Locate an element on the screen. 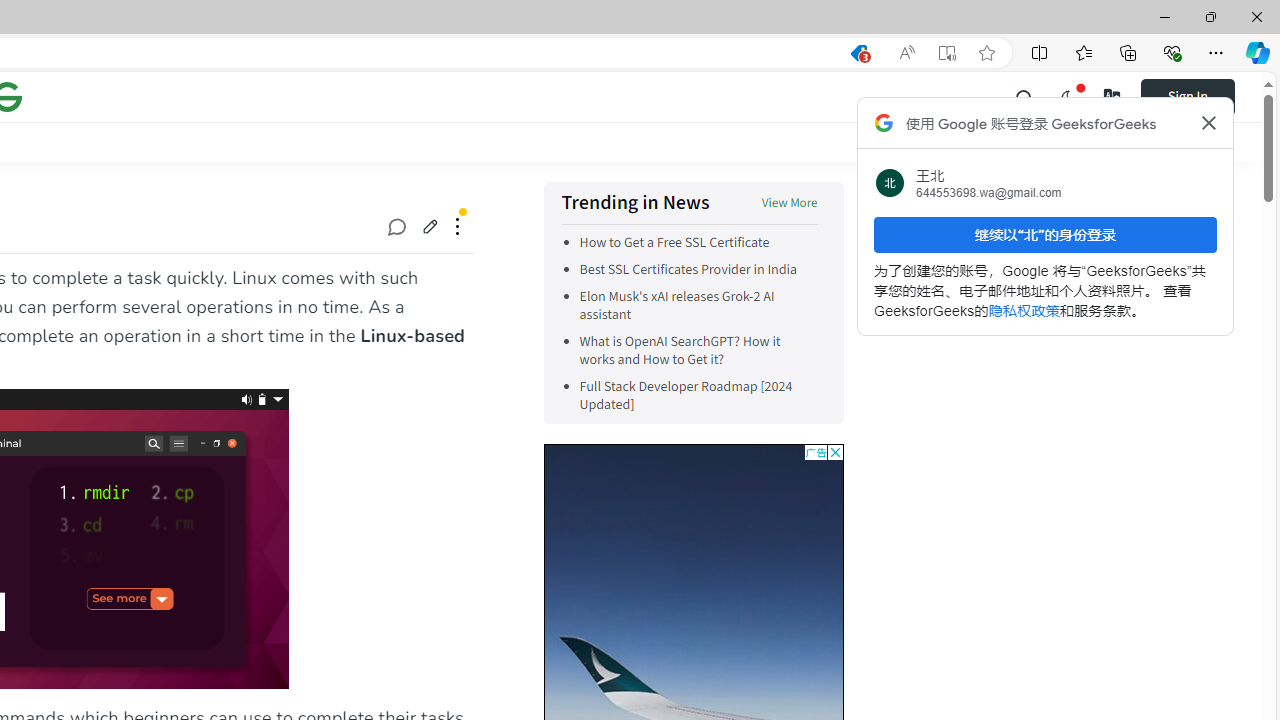  'How to Get a Free SSL Certificate' is located at coordinates (698, 242).